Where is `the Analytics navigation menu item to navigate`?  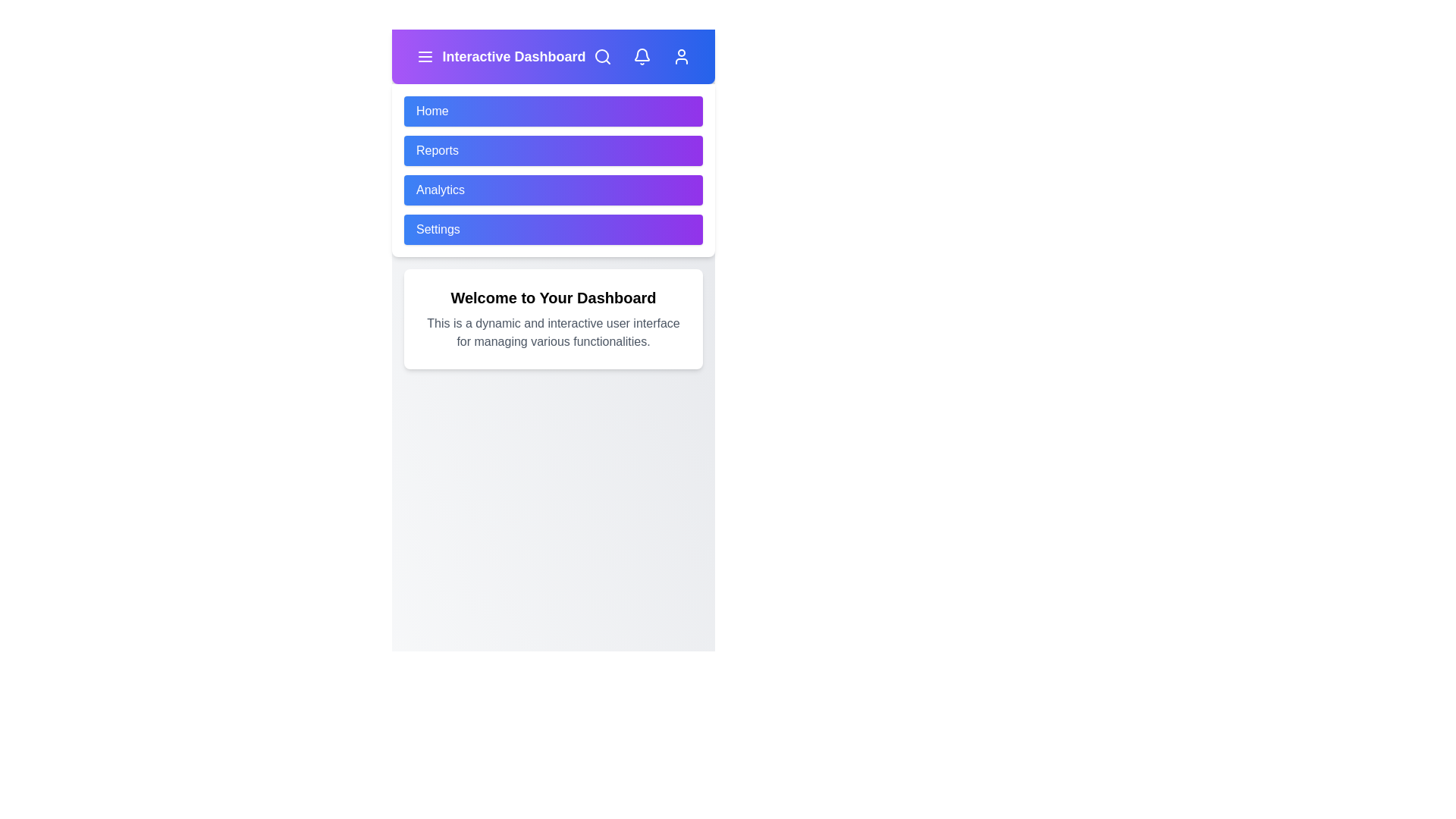
the Analytics navigation menu item to navigate is located at coordinates (552, 189).